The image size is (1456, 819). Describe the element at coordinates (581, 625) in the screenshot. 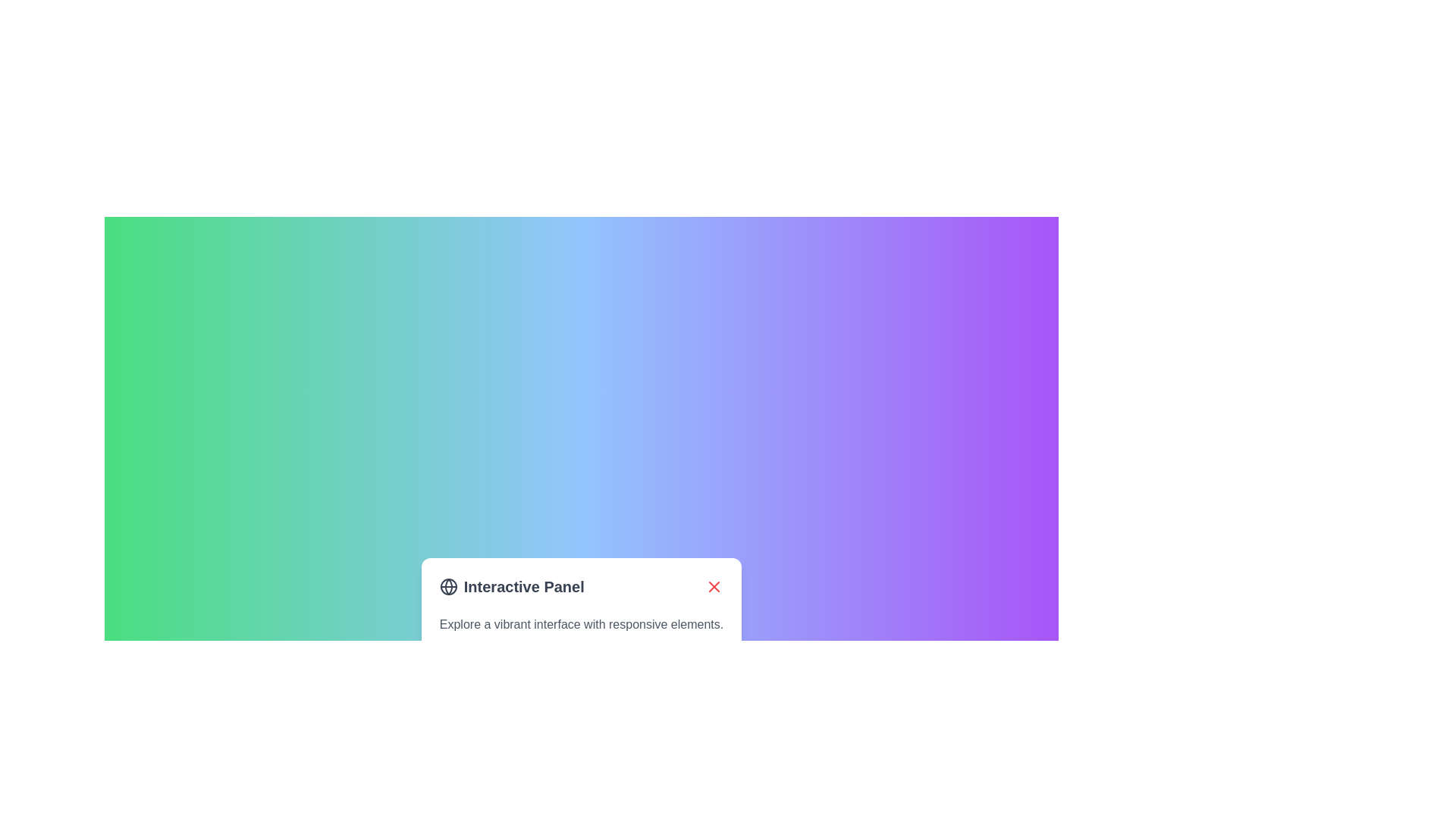

I see `the static text element that displays the phrase 'Explore a vibrant interface with responsive elements.' located beneath the heading 'Interactive Panel' and above the 'Get Started' button` at that location.